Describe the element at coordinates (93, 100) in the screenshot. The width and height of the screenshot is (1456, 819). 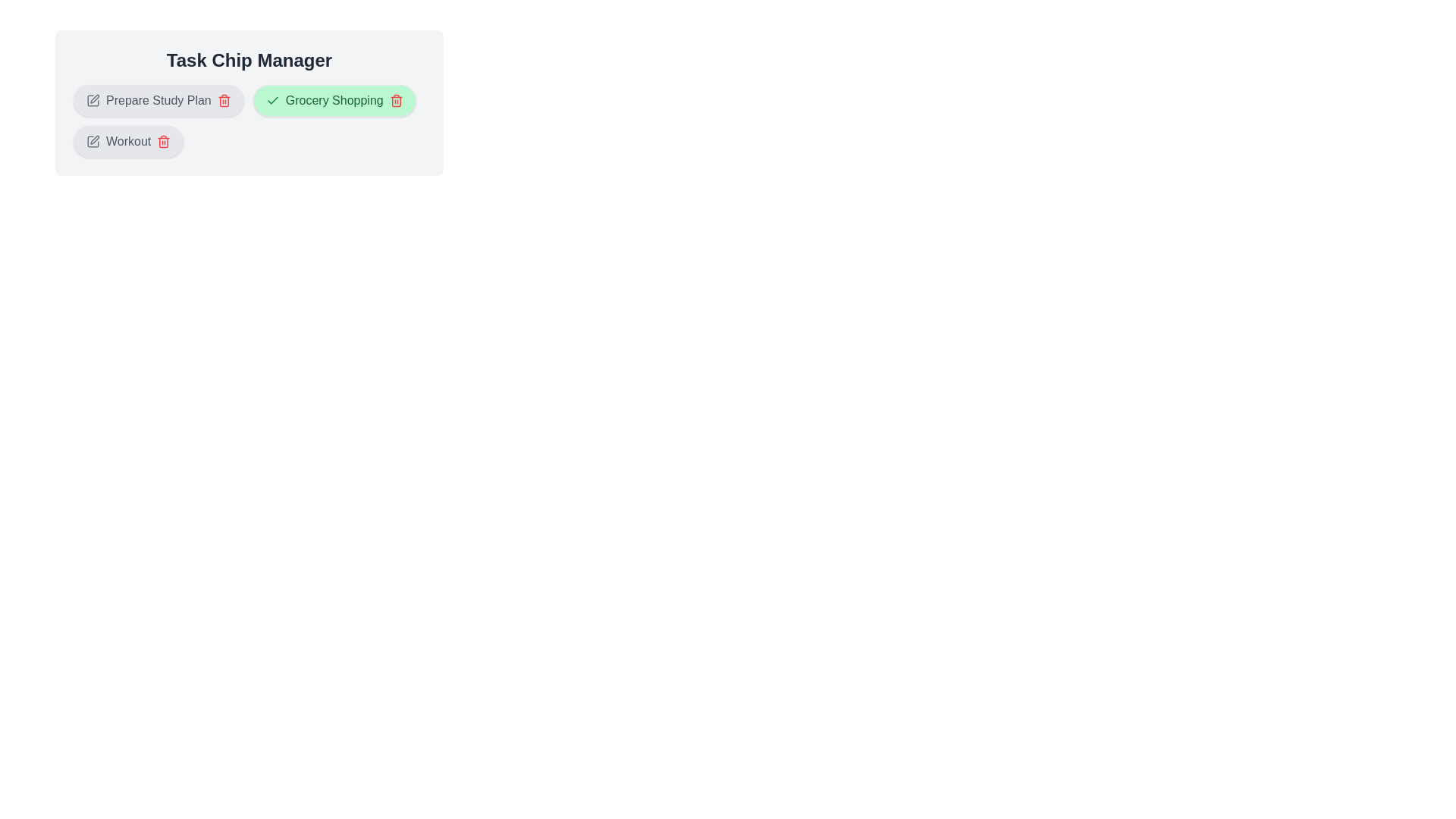
I see `the gray pencil icon button to initiate editing for the 'Prepare Study Plan' feature` at that location.